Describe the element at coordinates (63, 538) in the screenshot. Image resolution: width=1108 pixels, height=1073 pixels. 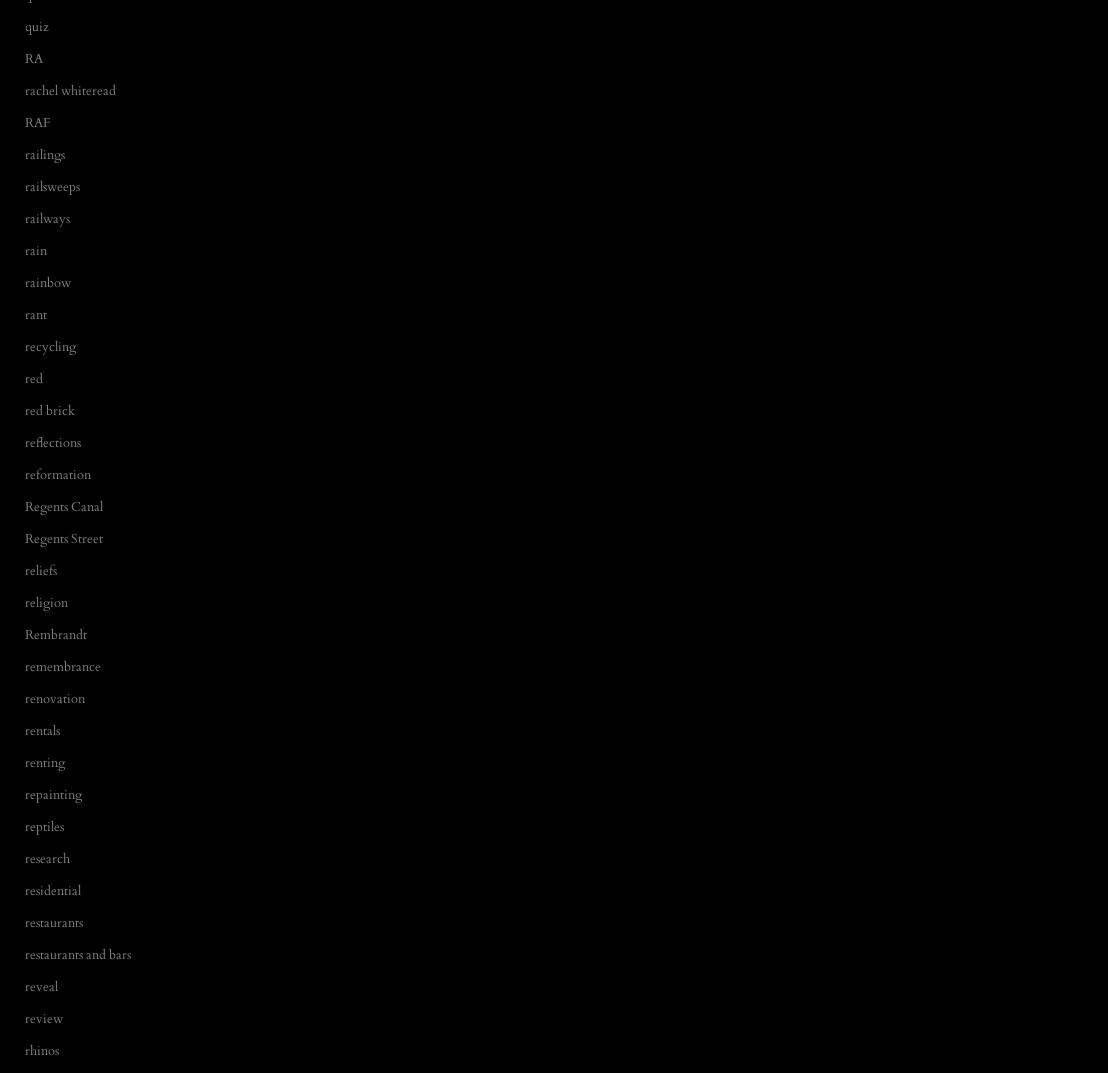
I see `'Regents Street'` at that location.